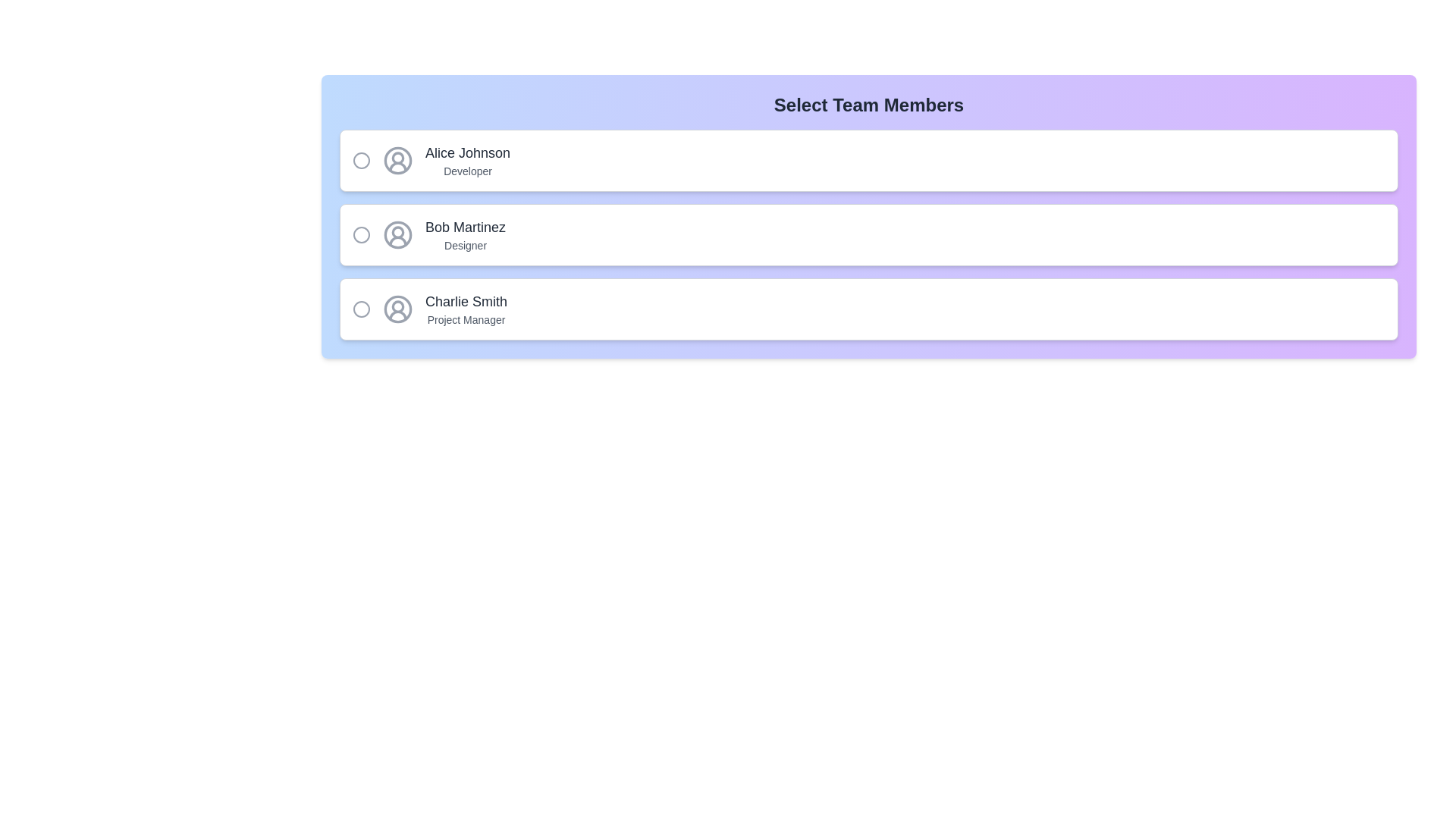 This screenshot has width=1456, height=819. I want to click on the circular graphical element representing 'Charlie Smith' in the list, which is located to the left of the text 'Charlie Smith - Project Manager', so click(360, 309).